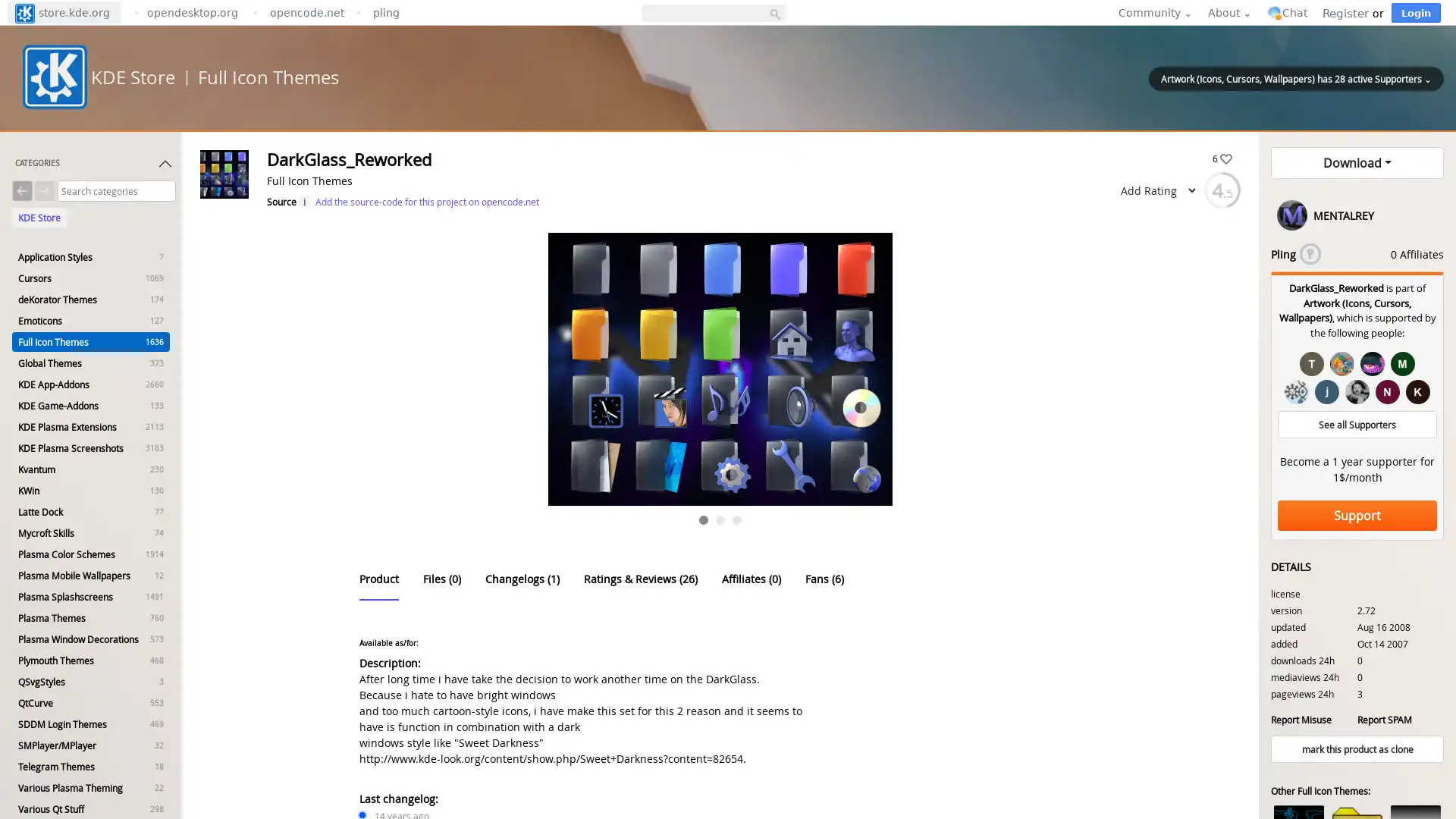 The image size is (1456, 819). What do you see at coordinates (93, 166) in the screenshot?
I see `CATEGORIES` at bounding box center [93, 166].